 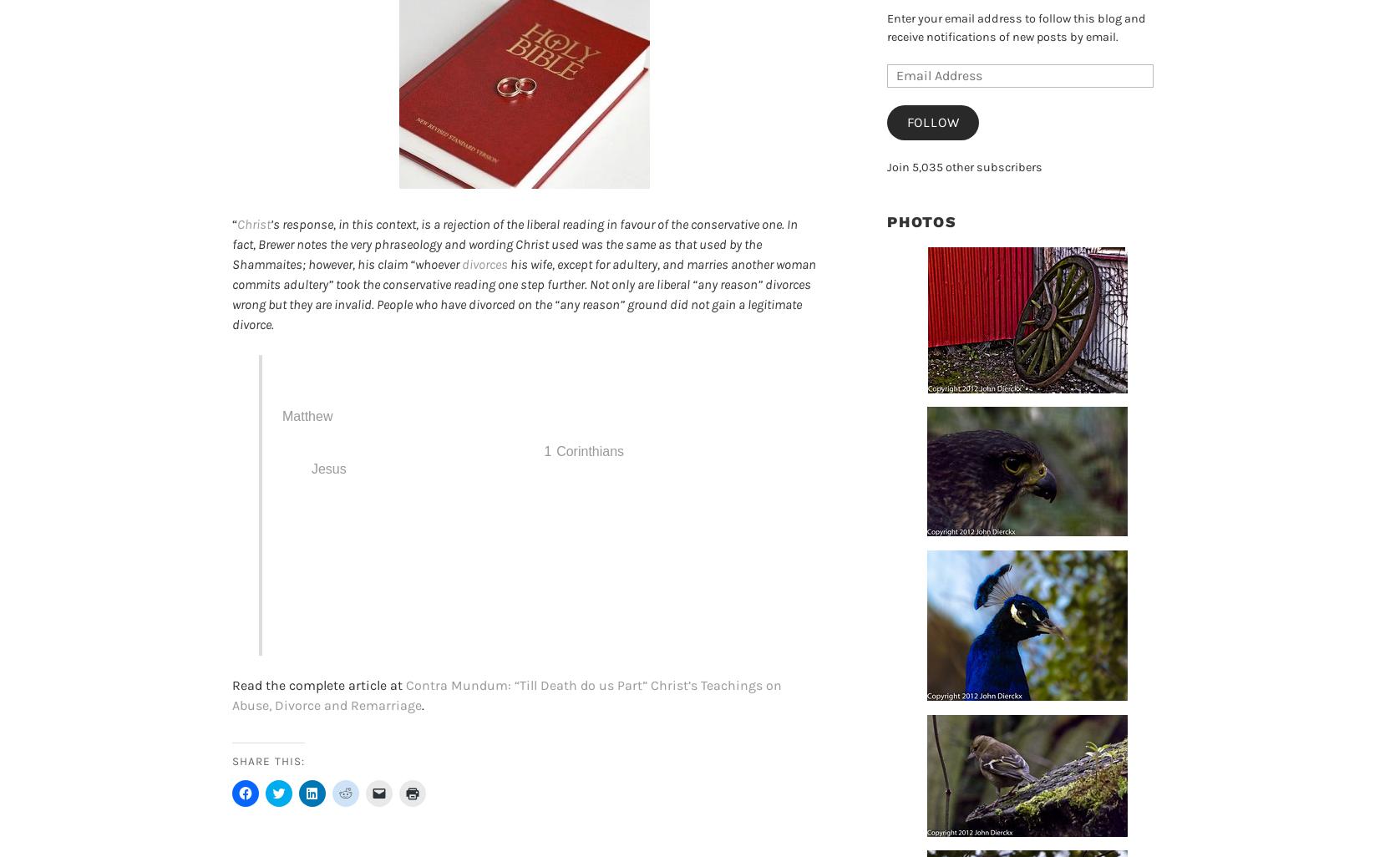 What do you see at coordinates (462, 264) in the screenshot?
I see `'divorces'` at bounding box center [462, 264].